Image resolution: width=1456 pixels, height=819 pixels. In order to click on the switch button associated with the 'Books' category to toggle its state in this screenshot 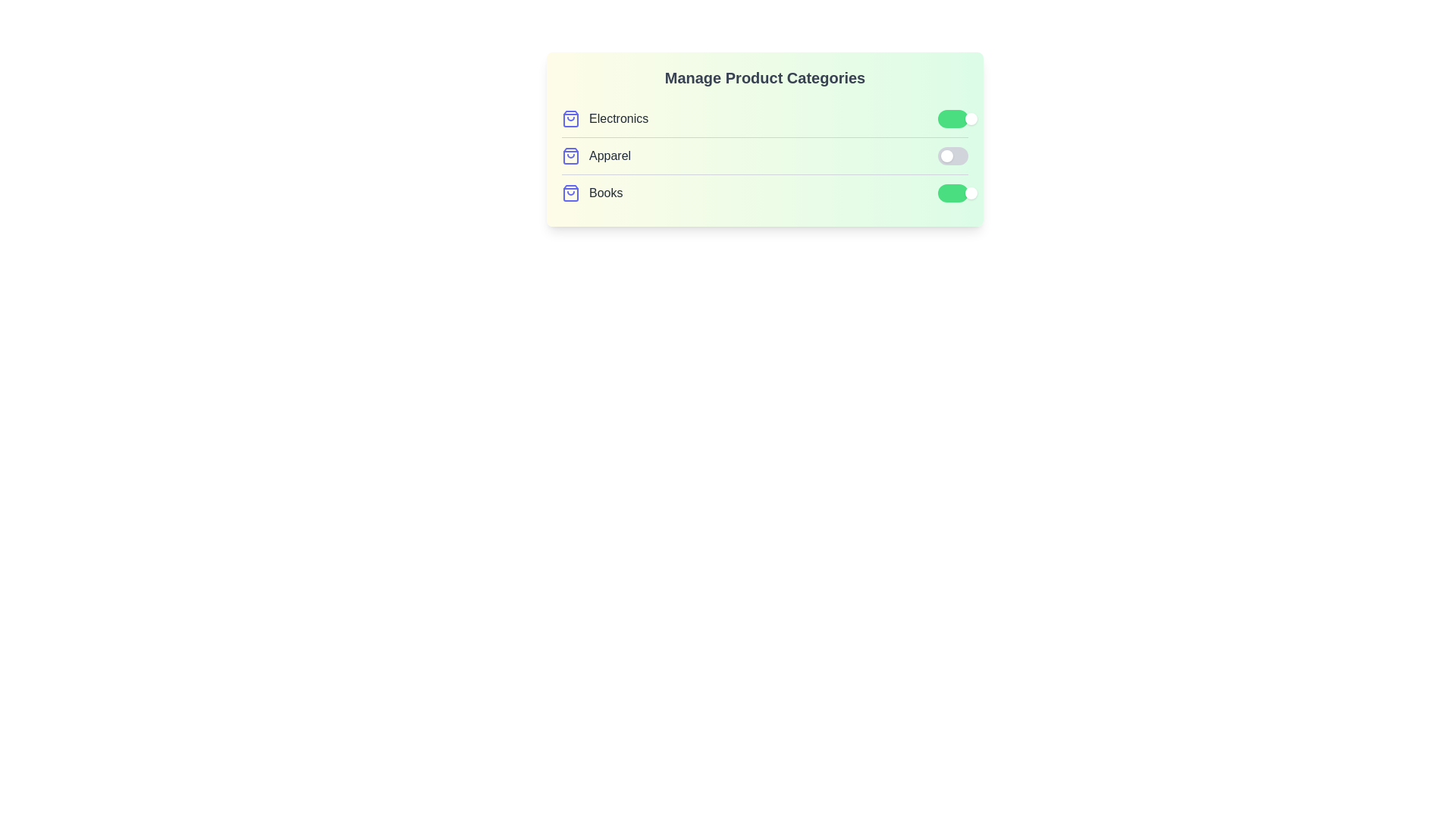, I will do `click(952, 192)`.